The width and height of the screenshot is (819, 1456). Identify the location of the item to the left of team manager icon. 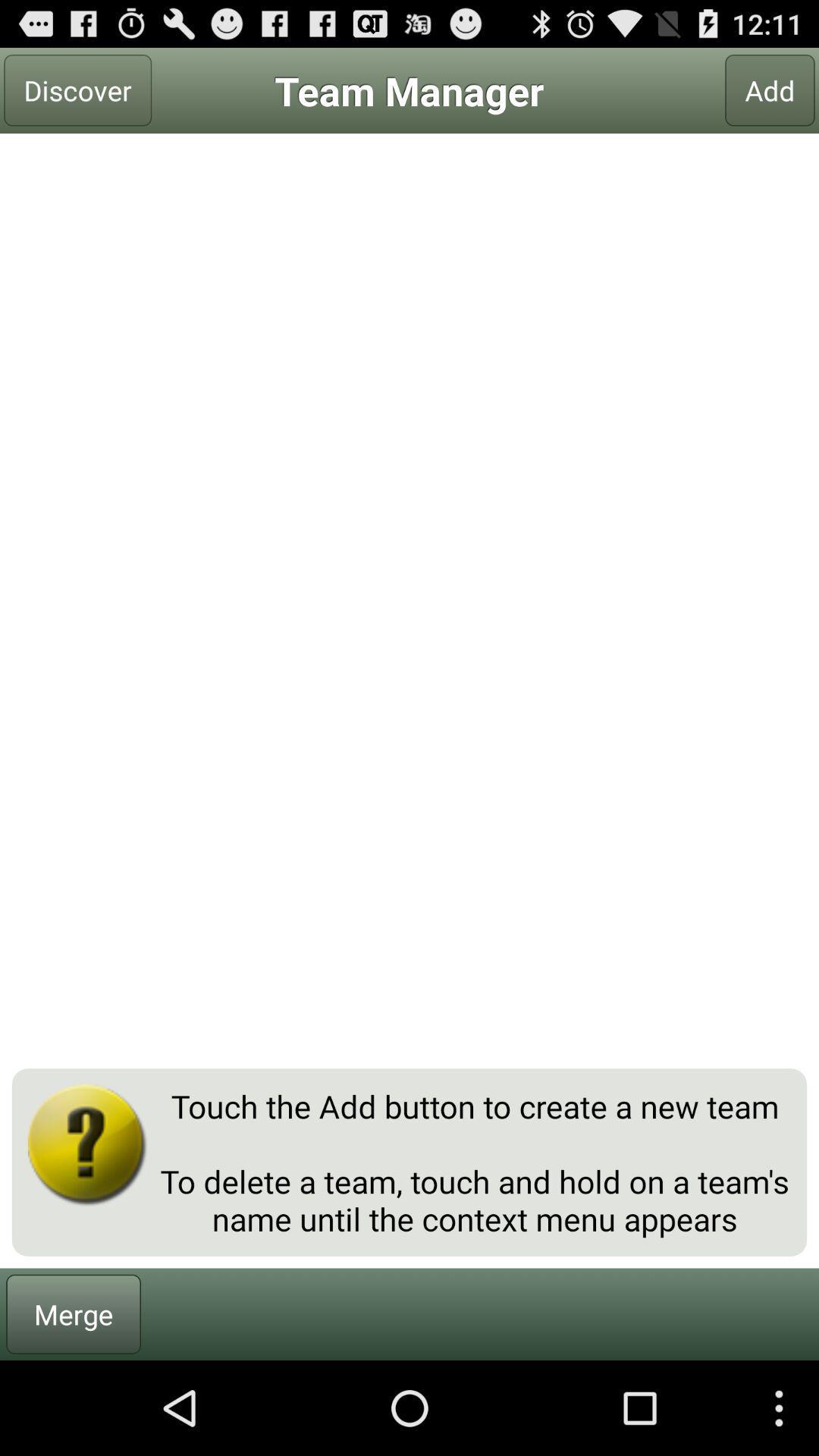
(77, 89).